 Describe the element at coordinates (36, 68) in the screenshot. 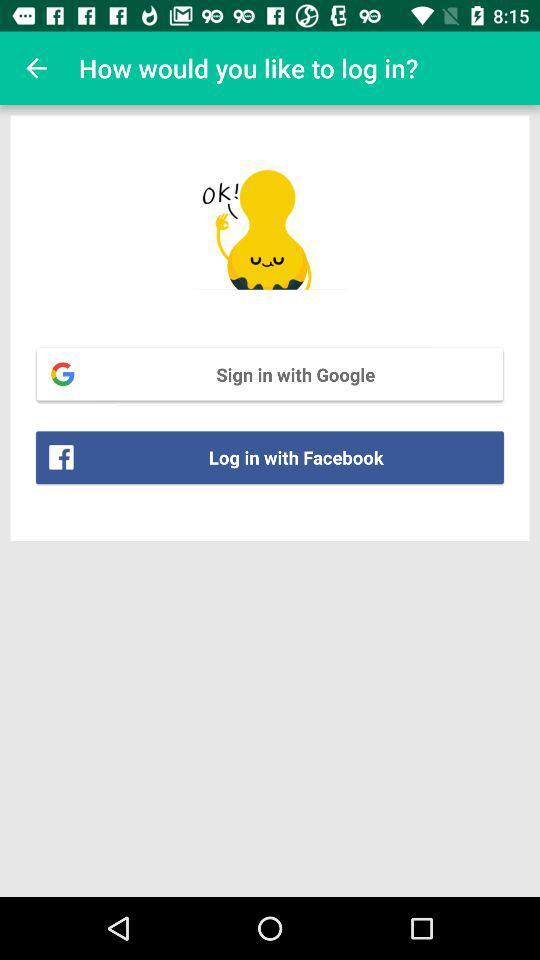

I see `icon at the top left corner` at that location.